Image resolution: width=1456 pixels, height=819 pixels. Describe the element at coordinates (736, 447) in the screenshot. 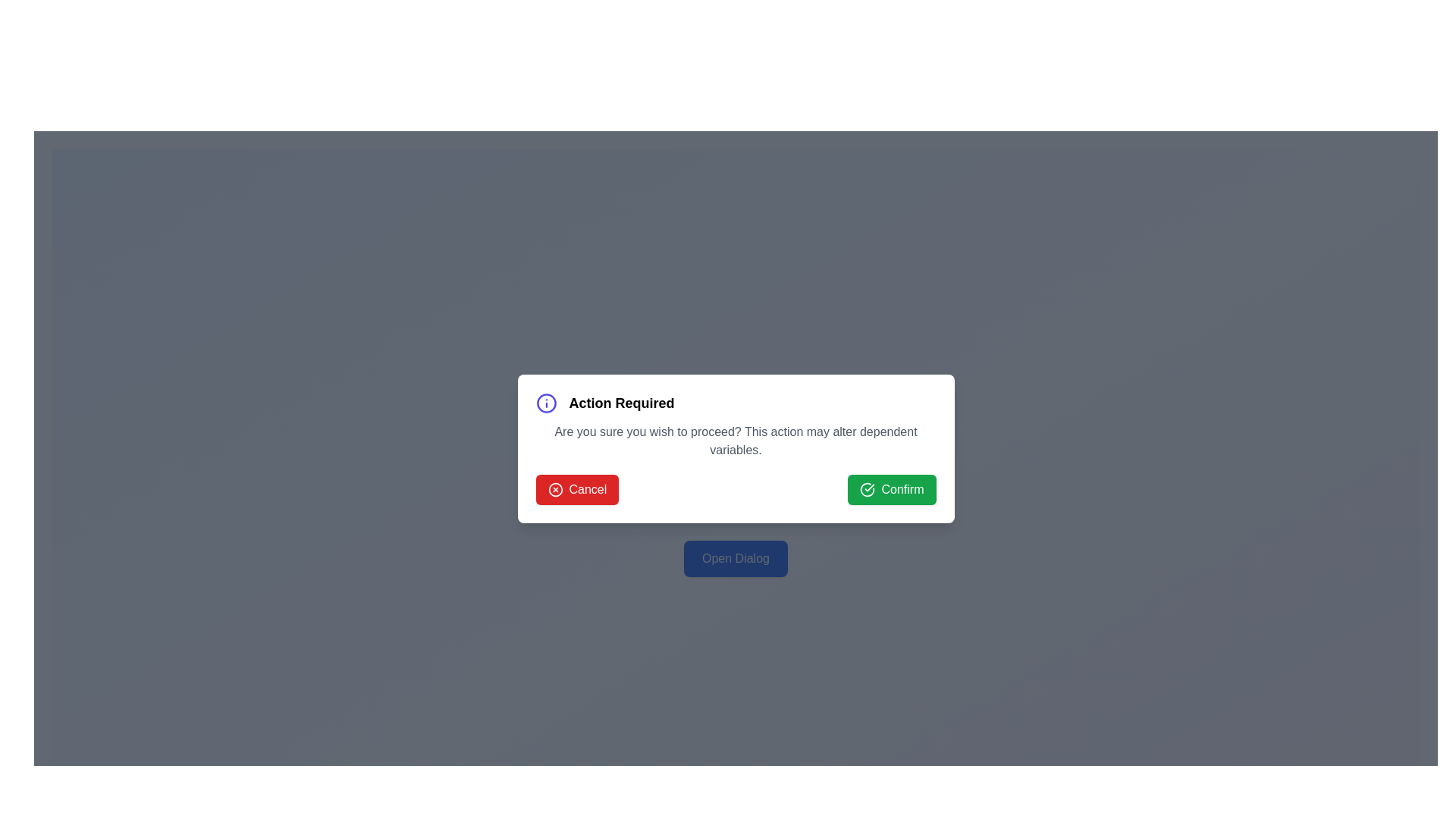

I see `title and content of the Modal Dialog Box titled 'Action Required', which contains the message 'Are you sure you wish to proceed? This action may alter dependent variables.'` at that location.